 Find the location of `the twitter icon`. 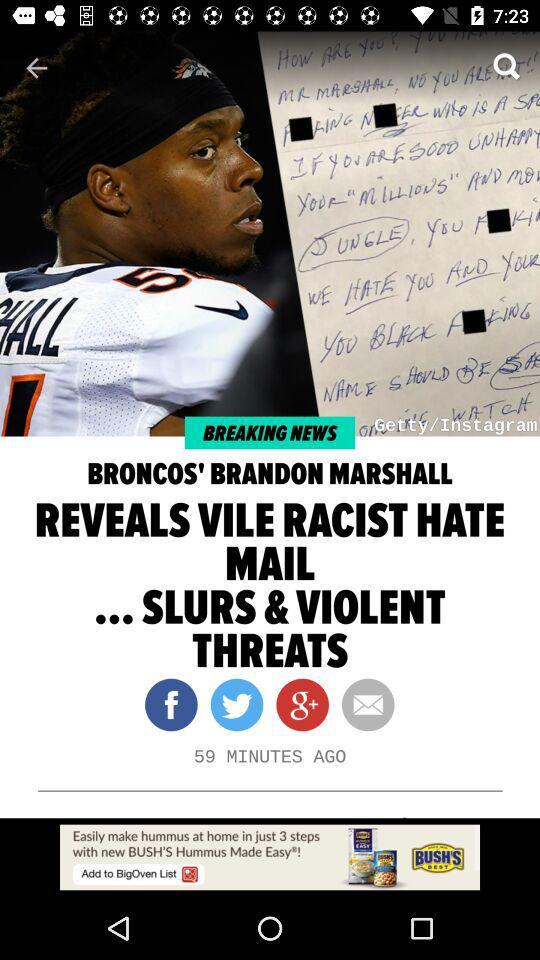

the twitter icon is located at coordinates (229, 705).